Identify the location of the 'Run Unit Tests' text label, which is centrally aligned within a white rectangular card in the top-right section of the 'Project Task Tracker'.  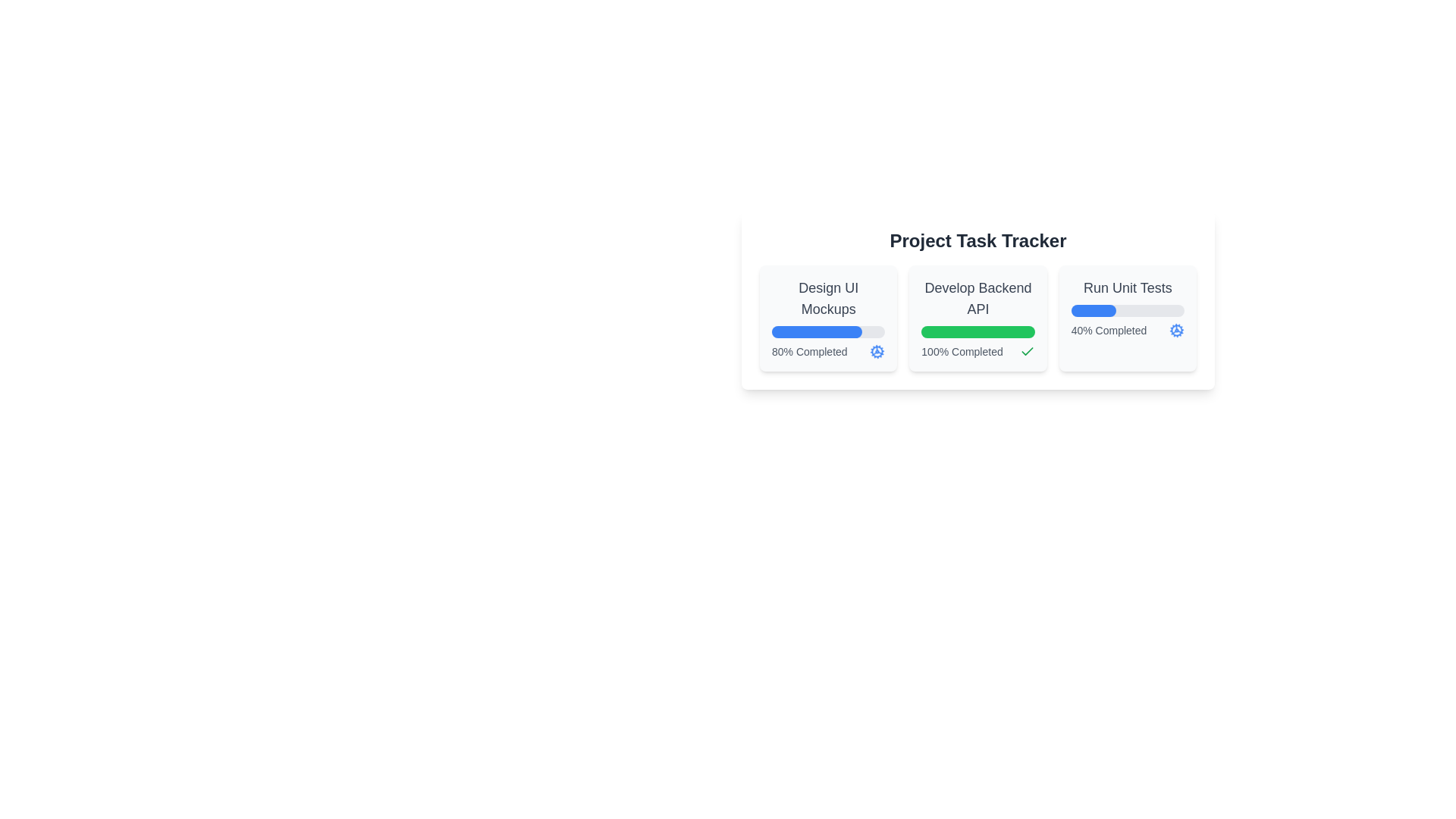
(1128, 288).